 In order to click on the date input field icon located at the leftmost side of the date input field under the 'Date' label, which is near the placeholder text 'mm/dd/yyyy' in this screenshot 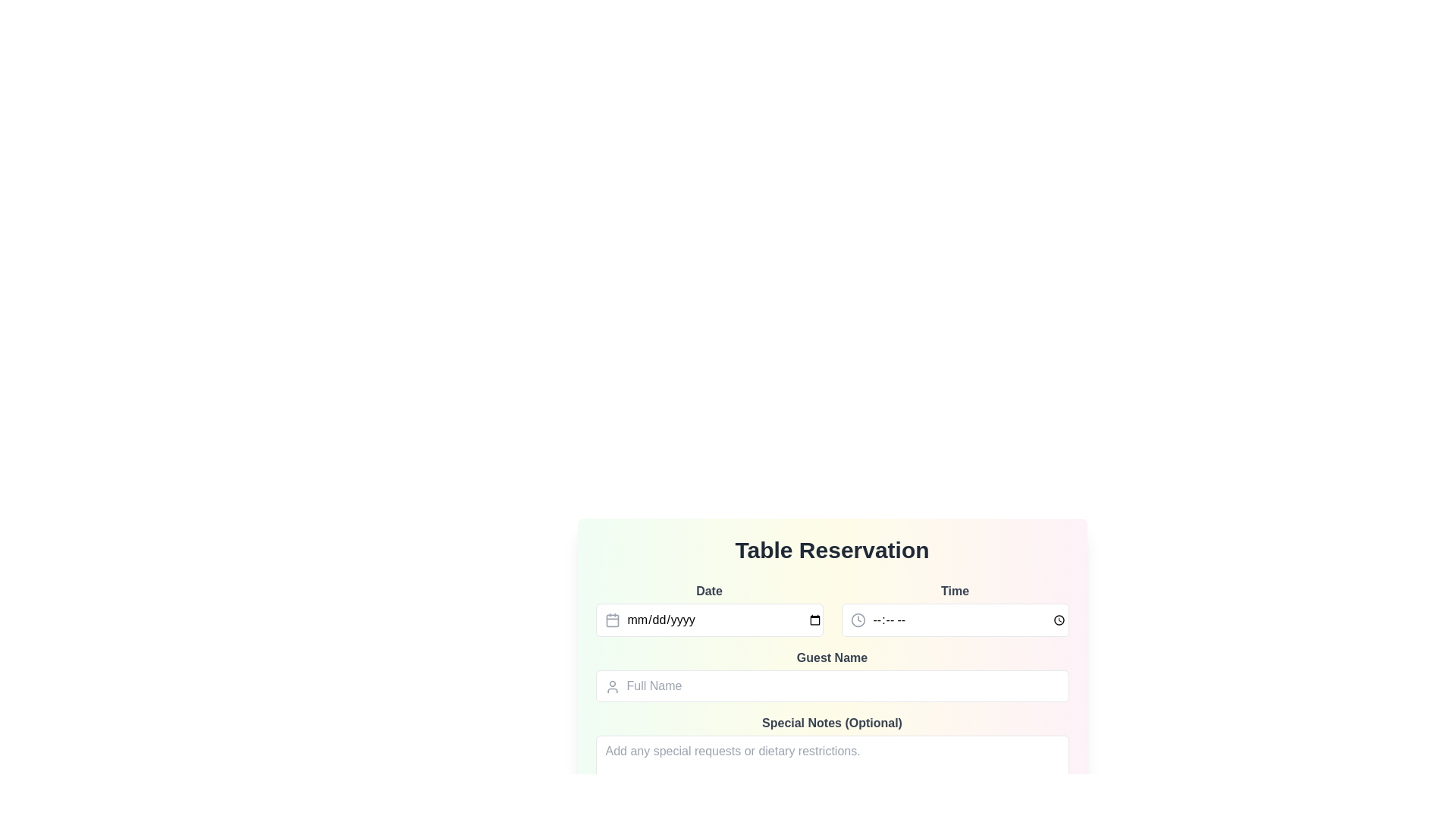, I will do `click(612, 620)`.